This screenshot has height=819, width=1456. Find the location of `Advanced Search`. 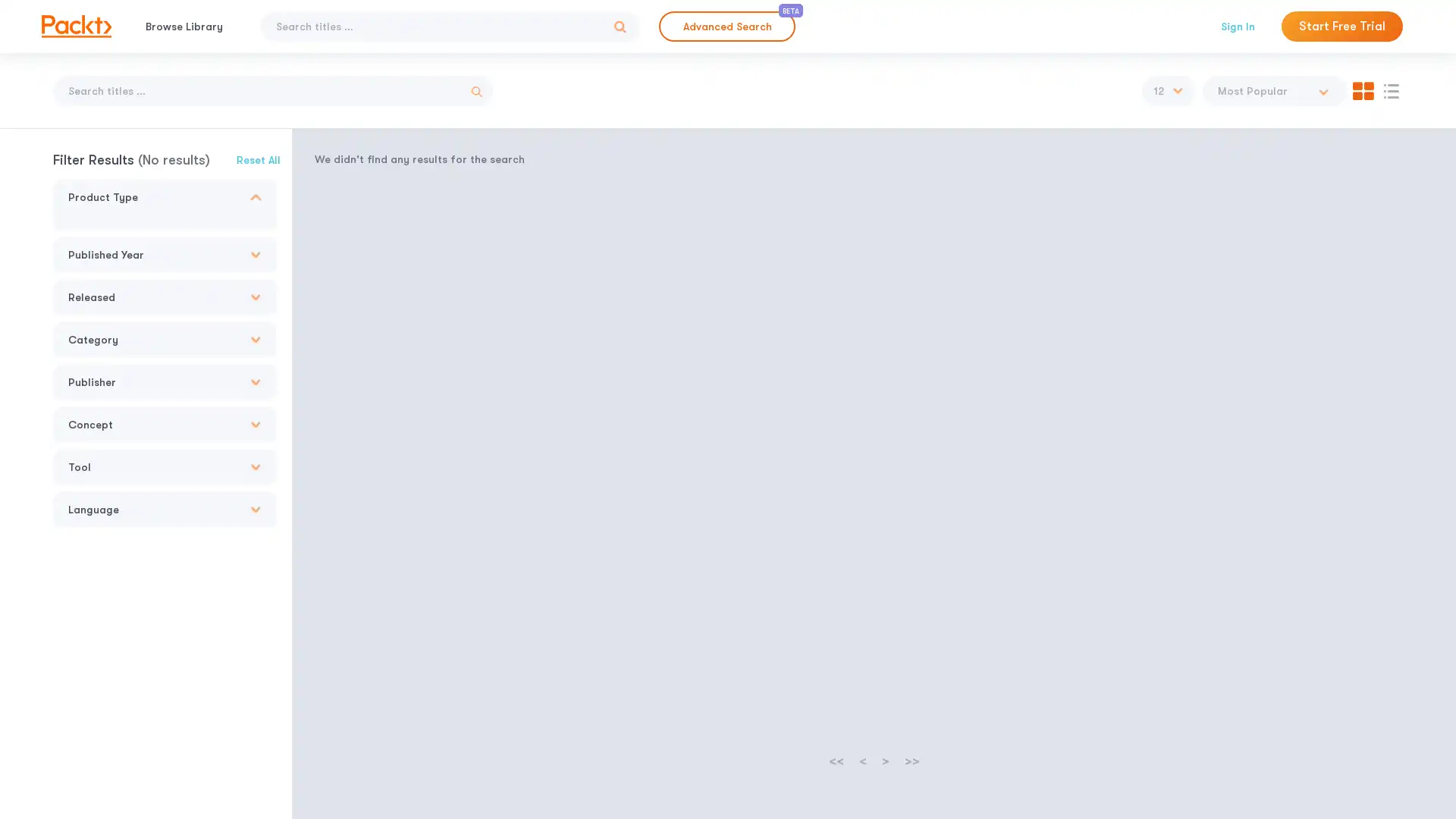

Advanced Search is located at coordinates (726, 26).